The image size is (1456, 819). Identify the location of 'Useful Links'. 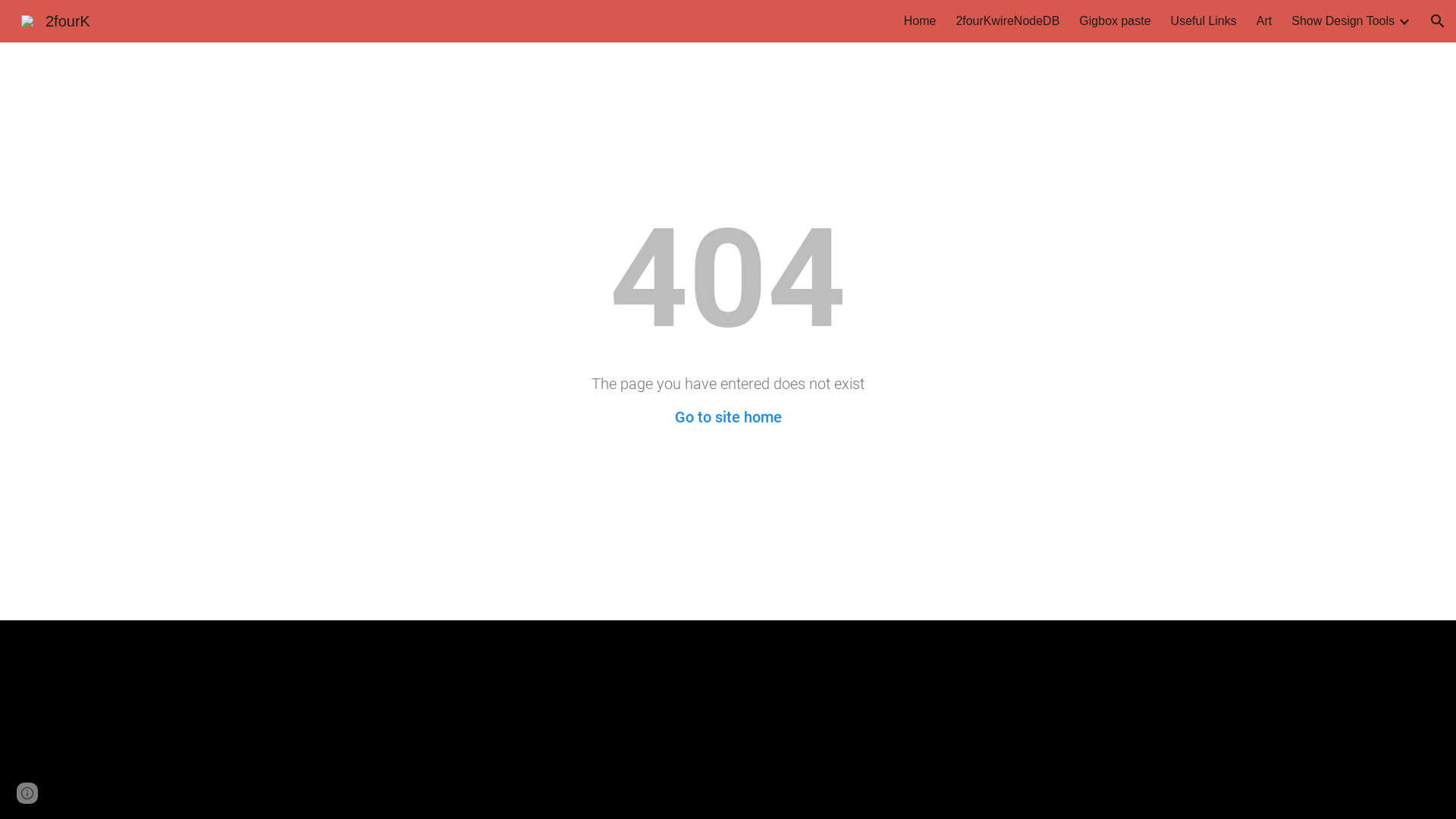
(1203, 20).